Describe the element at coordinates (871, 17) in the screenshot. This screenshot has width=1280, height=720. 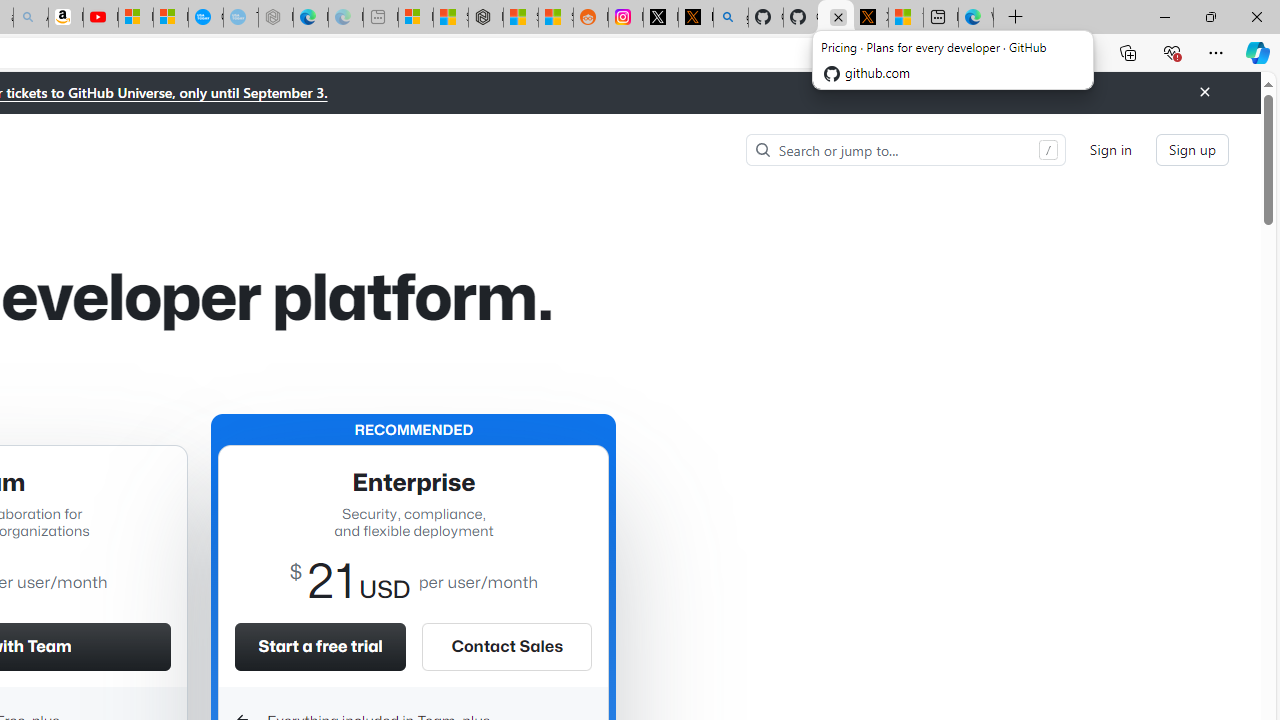
I see `'X Privacy Policy'` at that location.